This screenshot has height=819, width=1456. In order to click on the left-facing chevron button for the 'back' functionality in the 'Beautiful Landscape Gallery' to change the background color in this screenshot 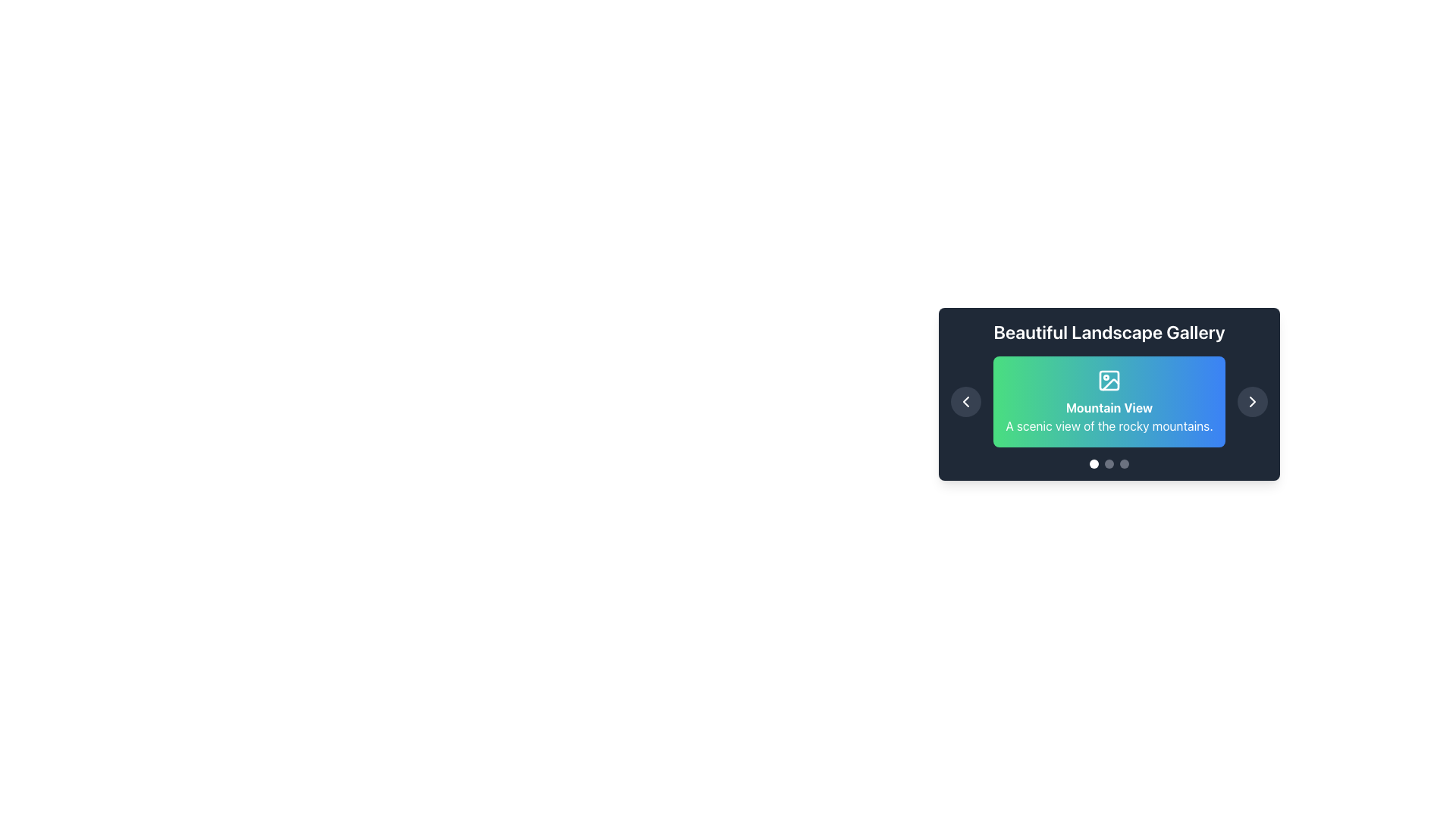, I will do `click(965, 400)`.